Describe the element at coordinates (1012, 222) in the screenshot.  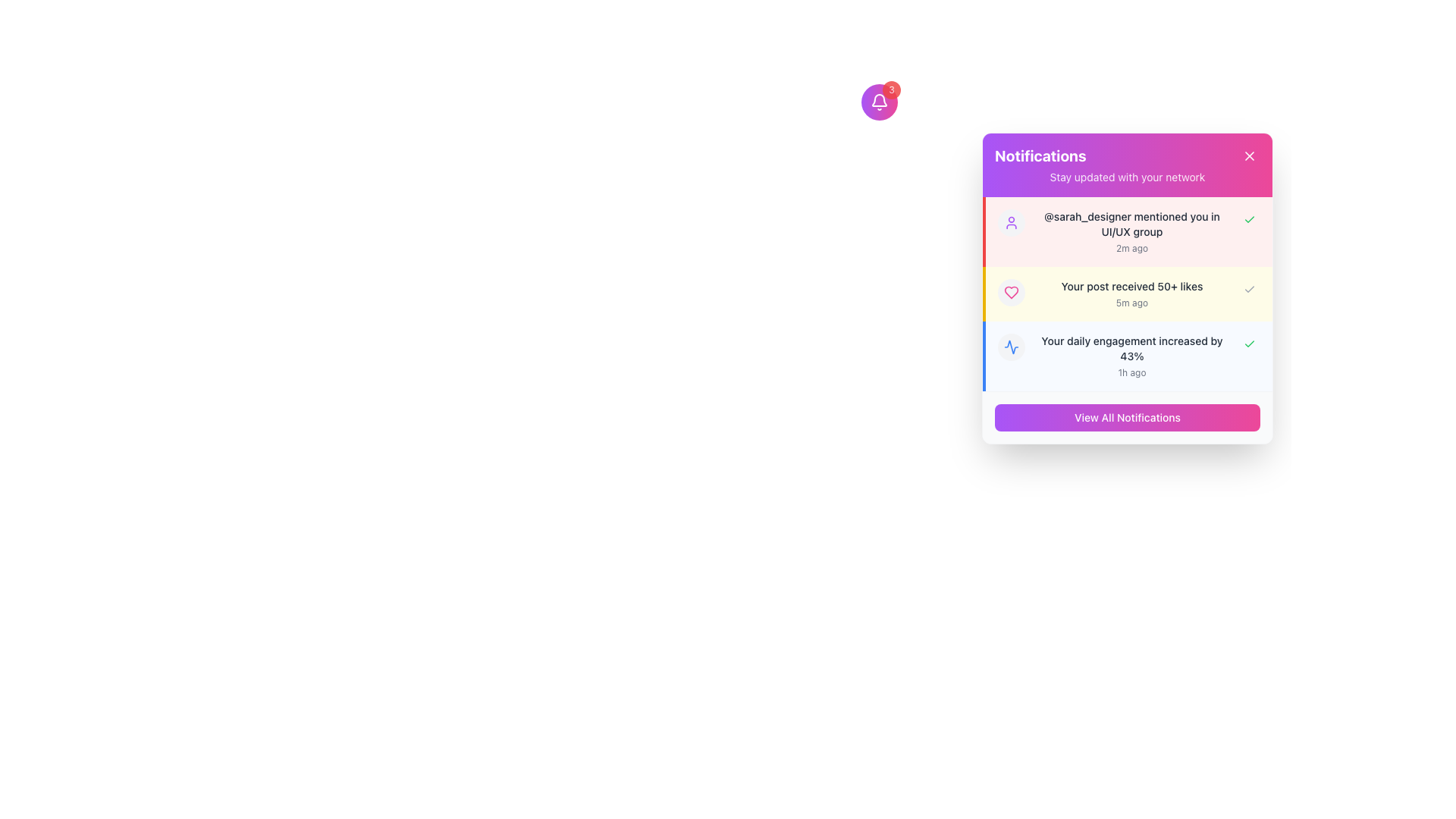
I see `the user representation icon for the notification from '@sarah_designer' located in the top-left corner of the notification row` at that location.